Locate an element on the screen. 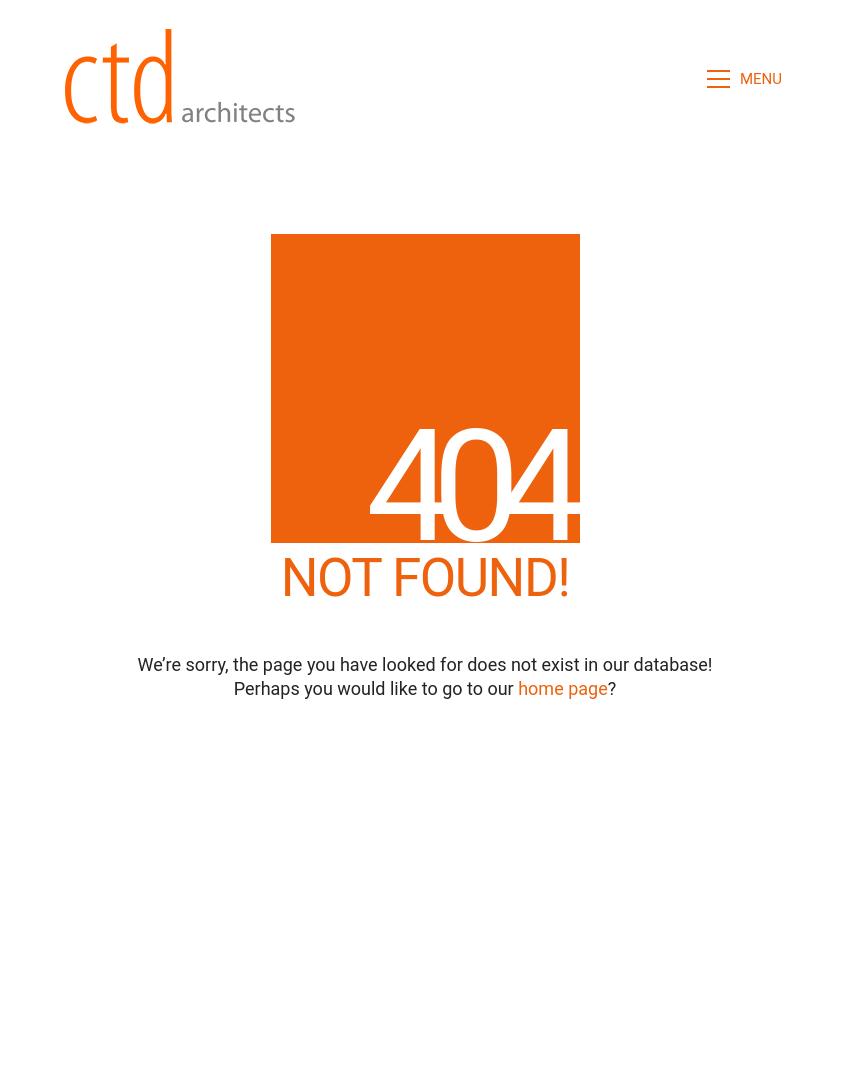 The image size is (850, 1065). 'We’re sorry, the page you have looked for does not exist in our database!' is located at coordinates (424, 664).